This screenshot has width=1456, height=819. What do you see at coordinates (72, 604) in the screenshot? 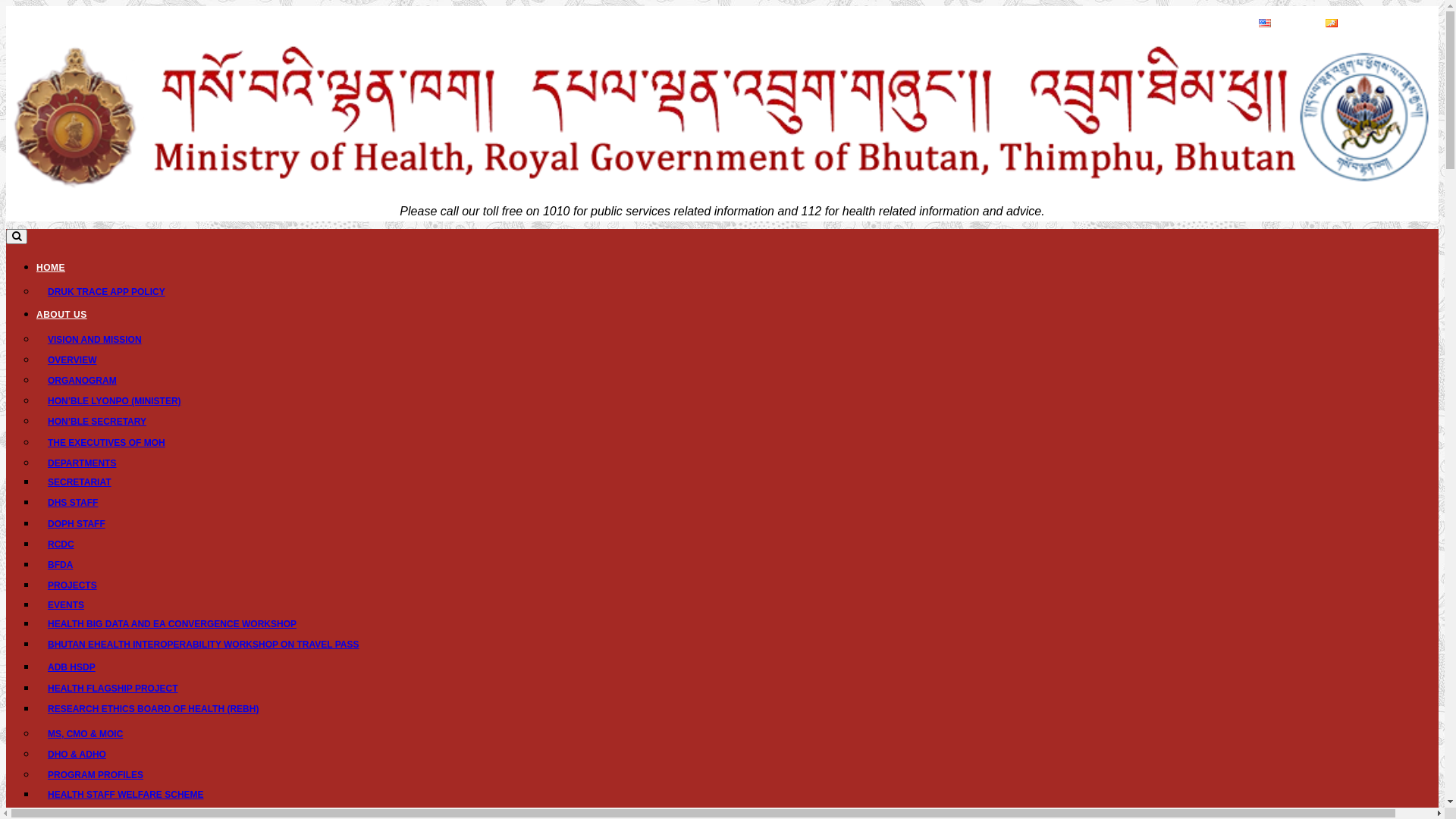
I see `'EVENTS'` at bounding box center [72, 604].